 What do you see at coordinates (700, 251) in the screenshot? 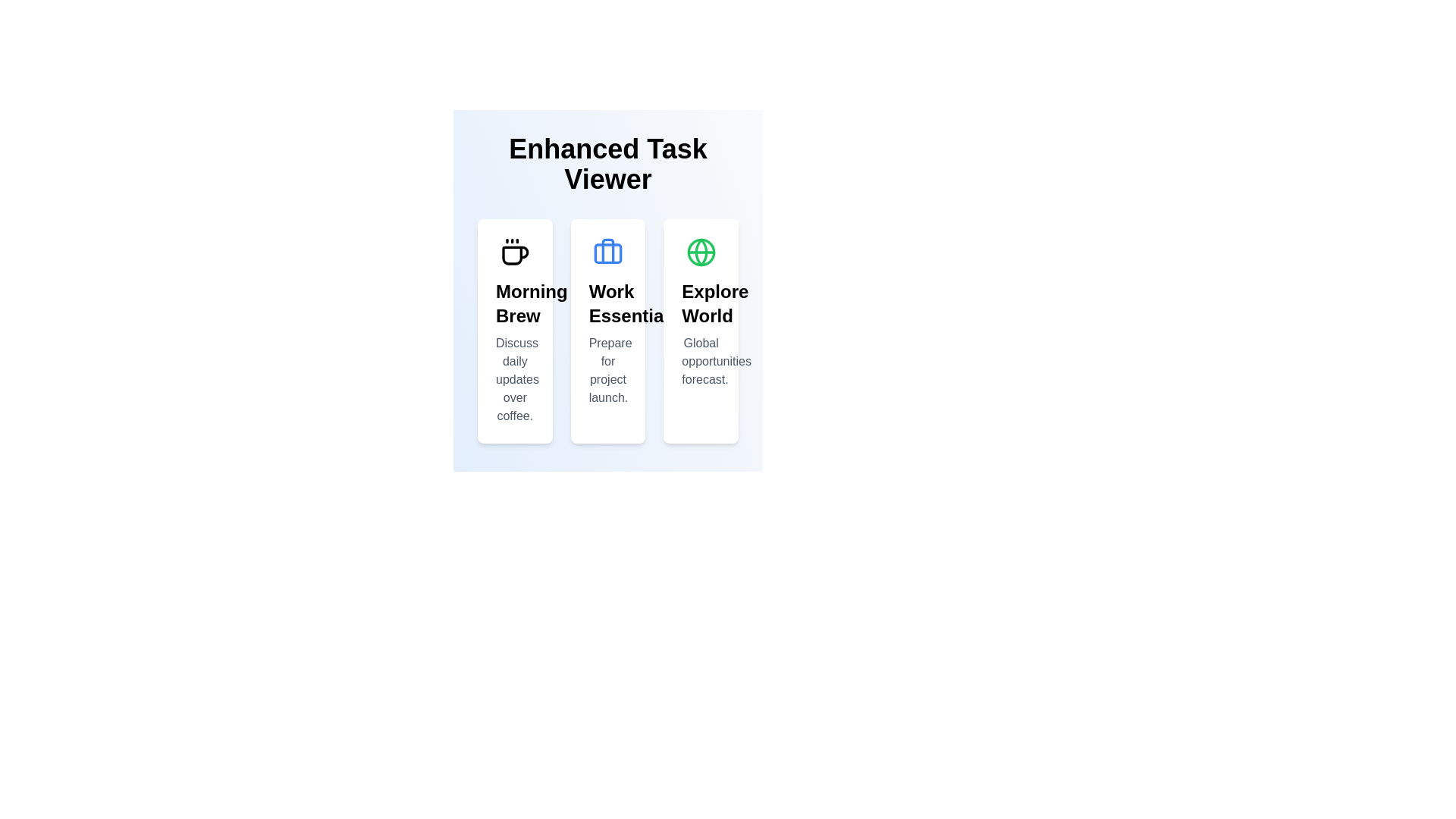
I see `the decorative icon that serves as a theme of exploration and global opportunities, located at the top of the 'Explore World' card` at bounding box center [700, 251].